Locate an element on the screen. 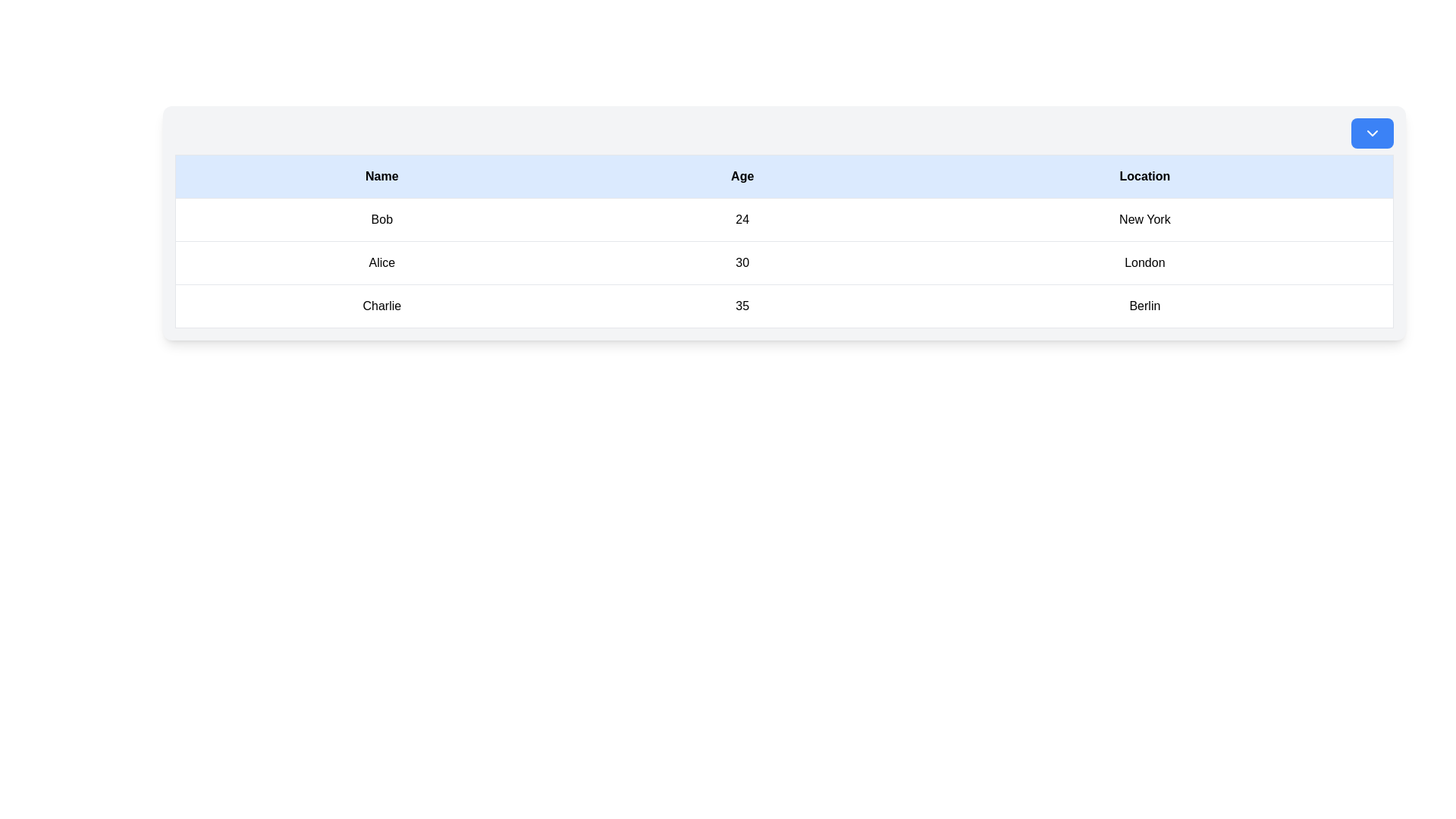 Image resolution: width=1456 pixels, height=819 pixels. text displayed in the Text label located in the third column of the row for 'Alice' that shows 'London' is located at coordinates (1145, 262).